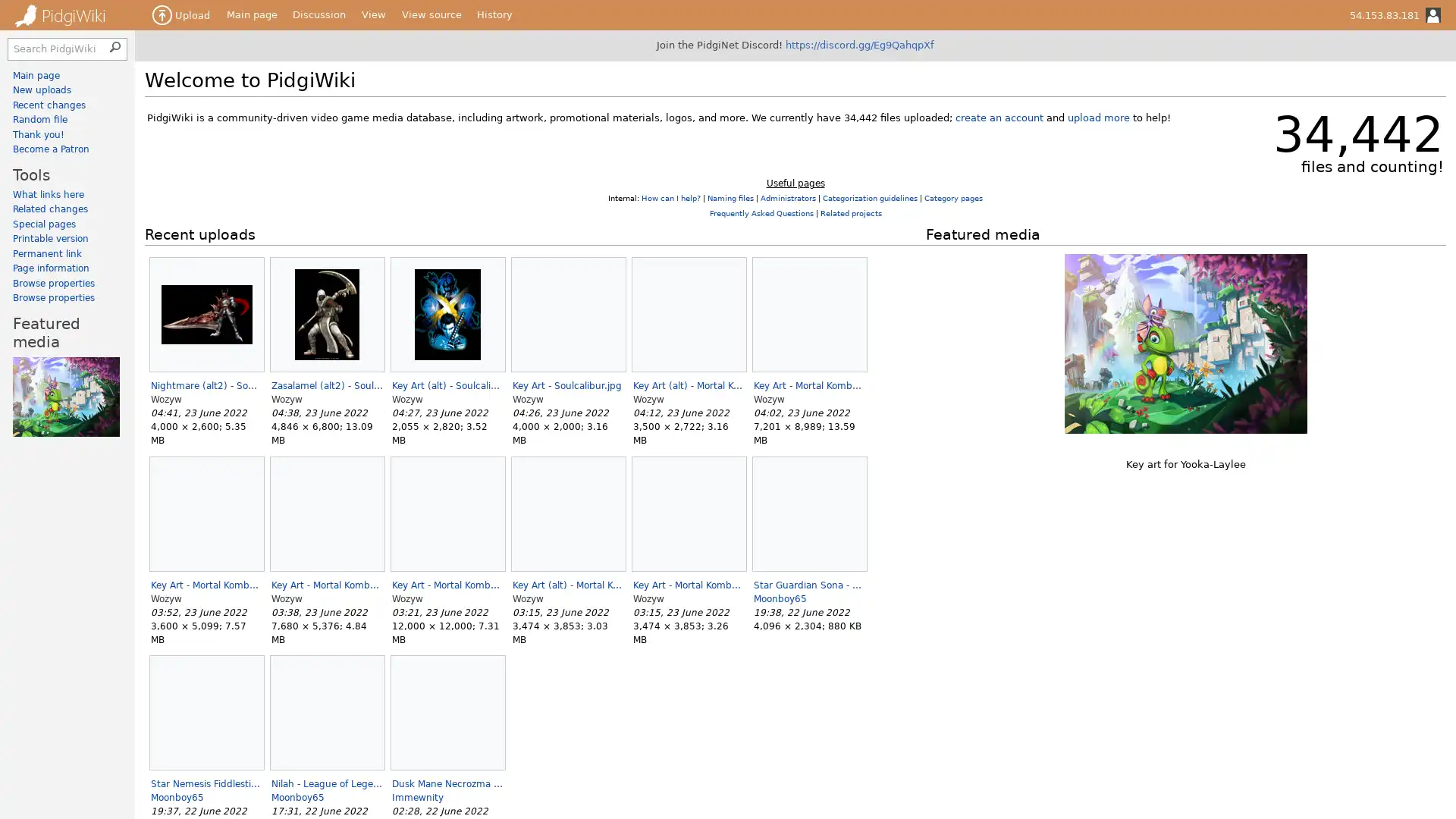  Describe the element at coordinates (116, 45) in the screenshot. I see `Search` at that location.